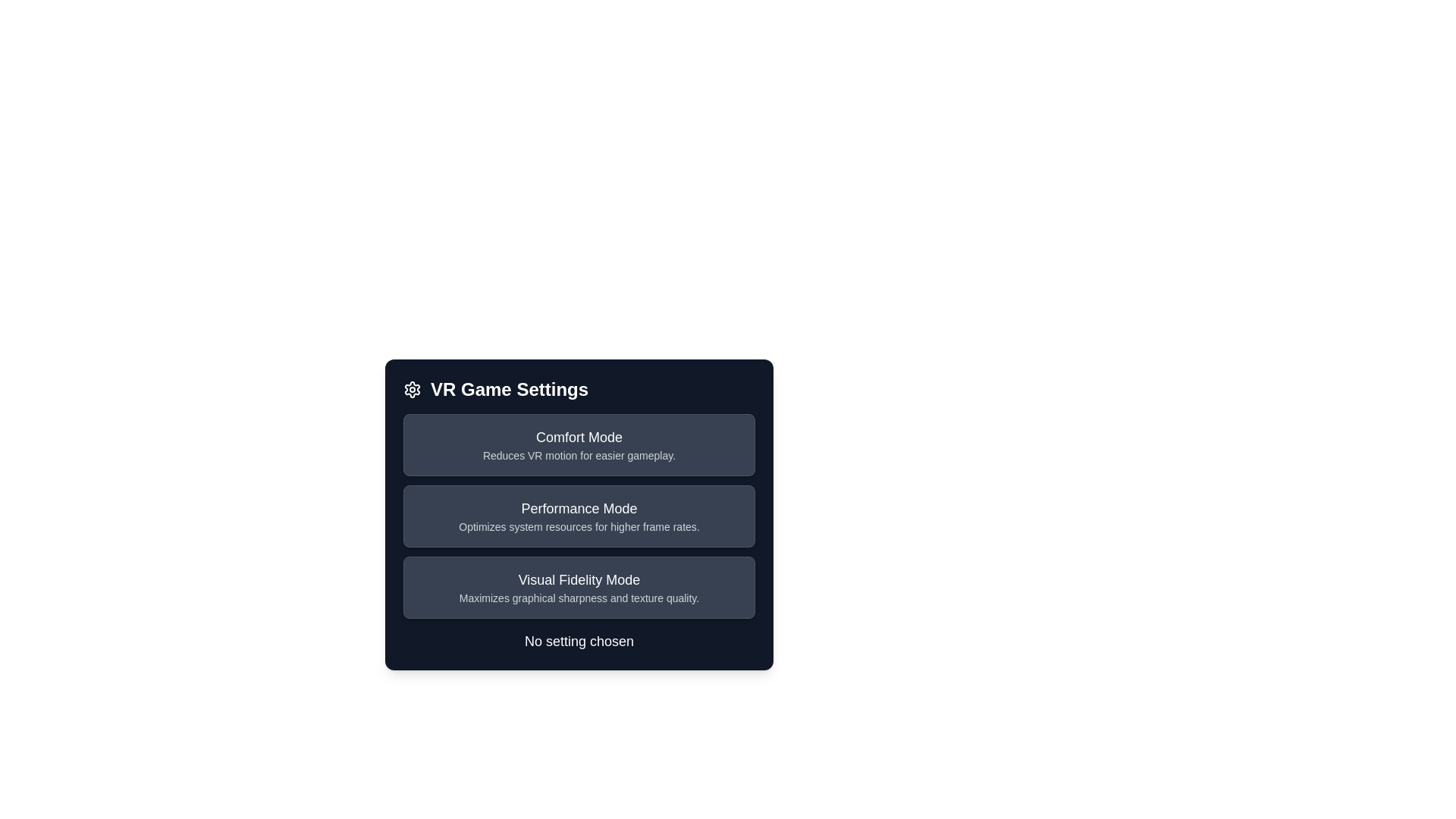  Describe the element at coordinates (578, 513) in the screenshot. I see `the 'Performance Mode' option in the VR Game Settings list` at that location.